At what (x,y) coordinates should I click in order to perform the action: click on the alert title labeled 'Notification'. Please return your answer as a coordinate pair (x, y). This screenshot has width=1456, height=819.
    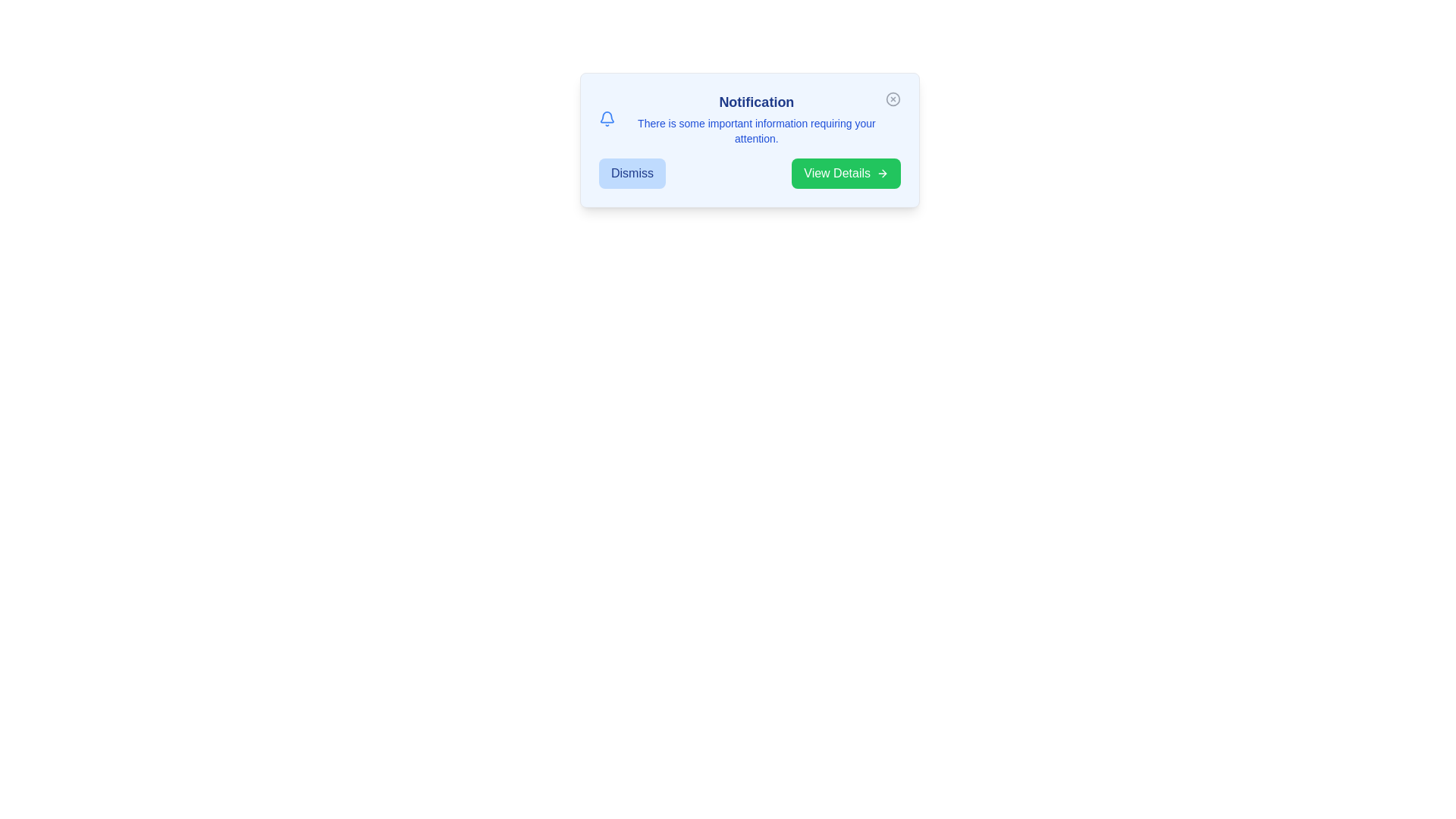
    Looking at the image, I should click on (756, 102).